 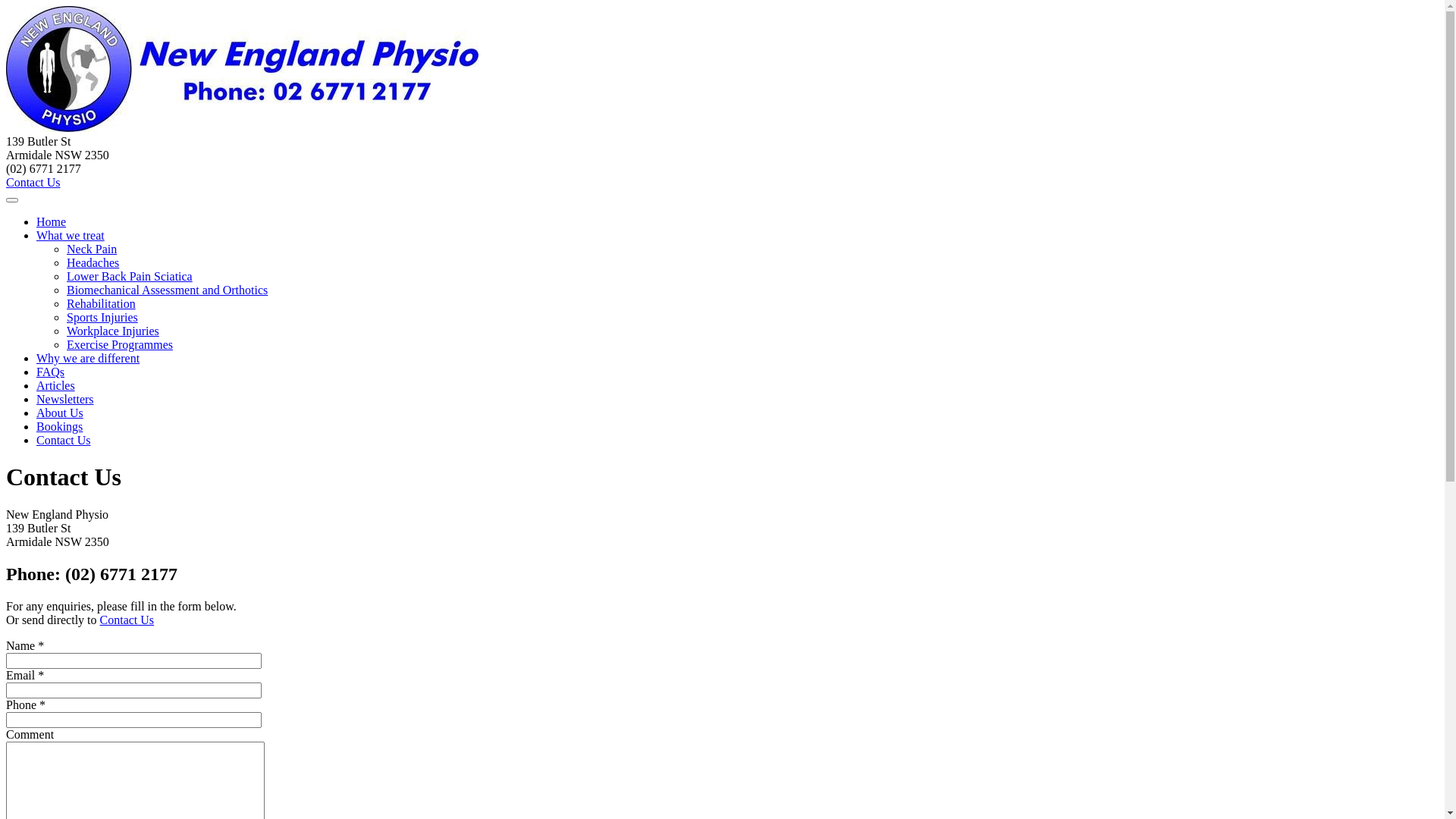 What do you see at coordinates (119, 344) in the screenshot?
I see `'Exercise Programmes'` at bounding box center [119, 344].